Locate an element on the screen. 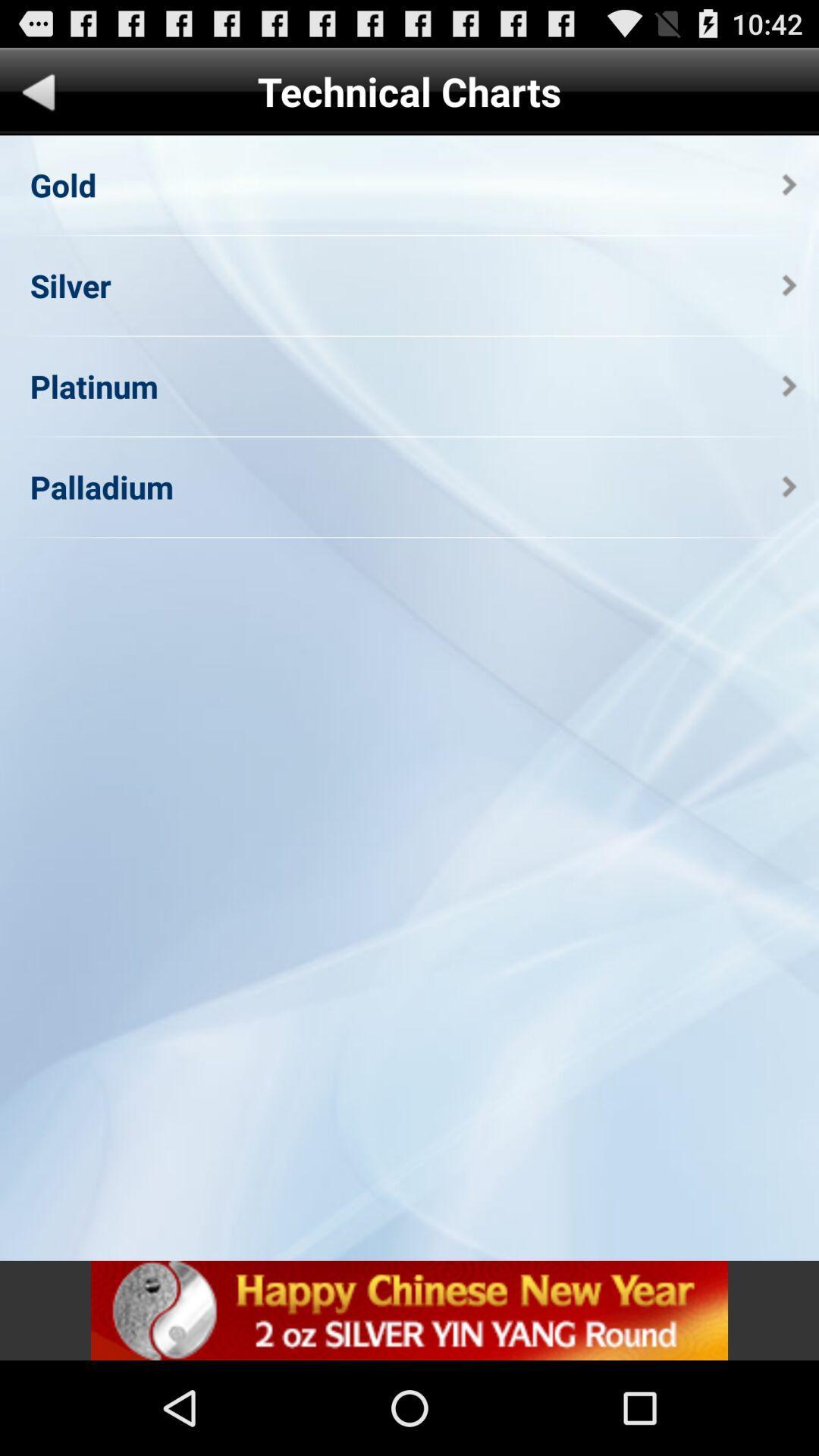 The height and width of the screenshot is (1456, 819). the arrow_backward icon is located at coordinates (38, 101).